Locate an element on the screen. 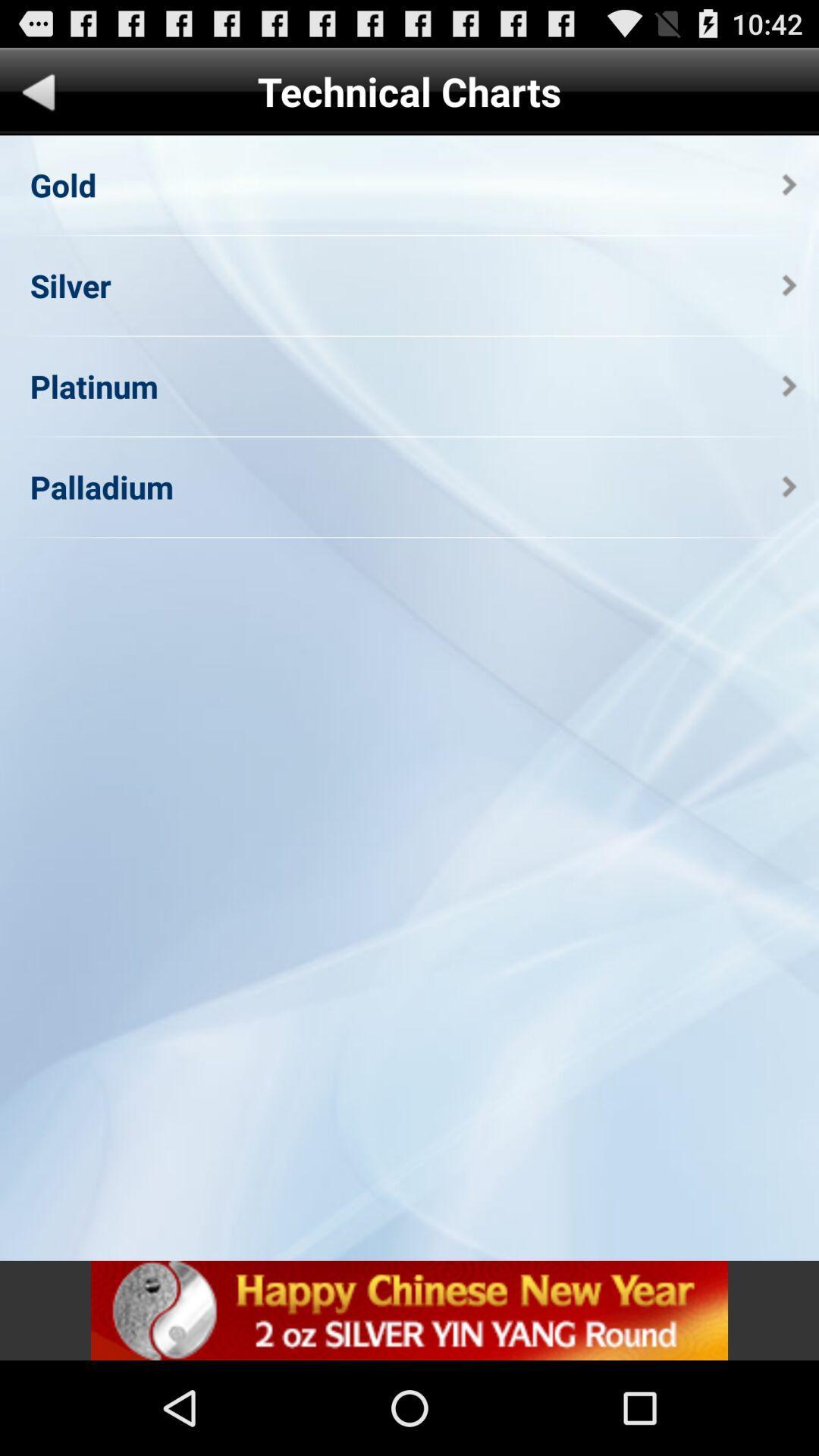 The height and width of the screenshot is (1456, 819). the arrow_backward icon is located at coordinates (38, 101).